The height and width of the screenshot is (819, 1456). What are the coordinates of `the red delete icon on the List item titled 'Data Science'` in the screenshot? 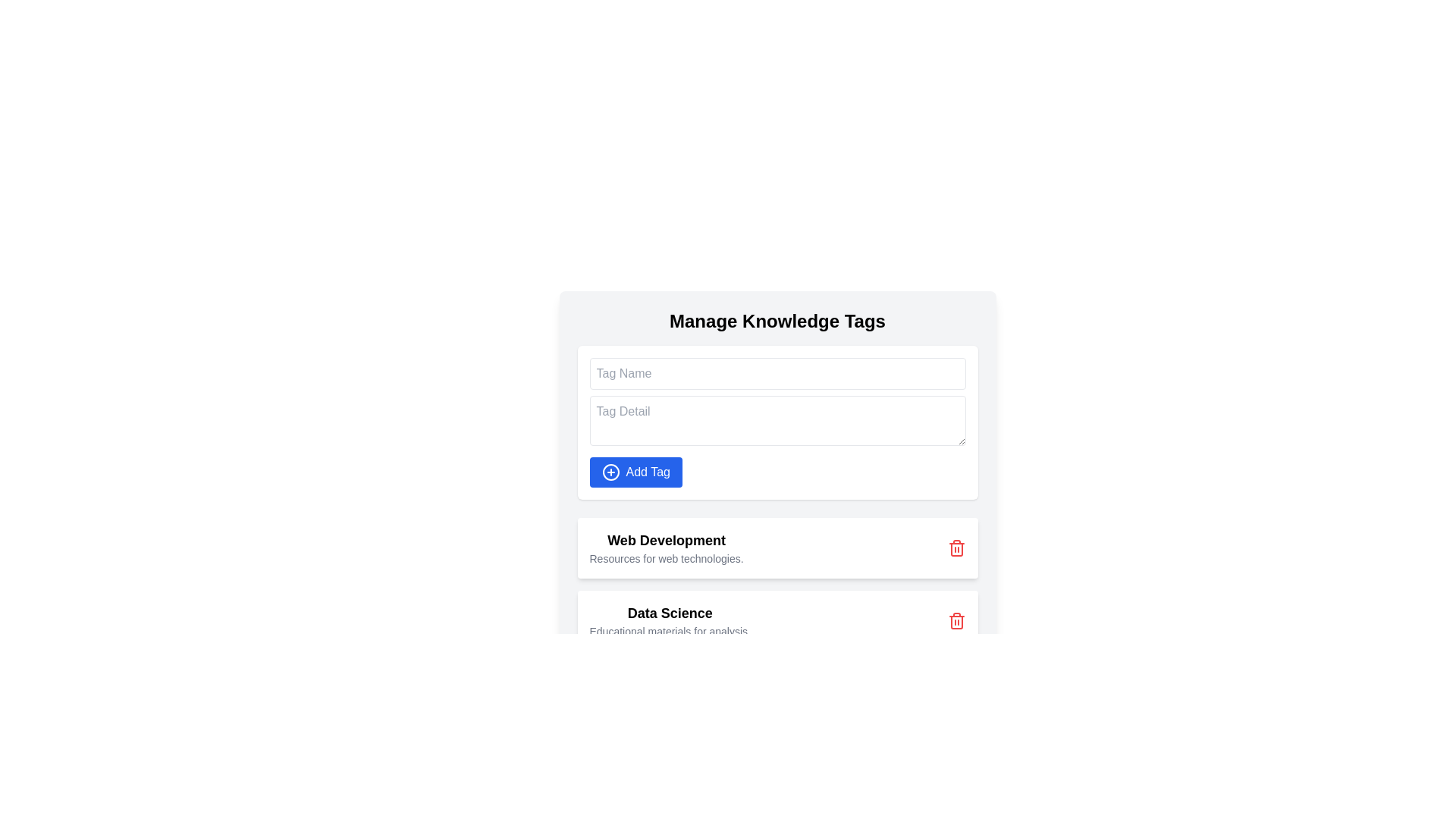 It's located at (777, 620).